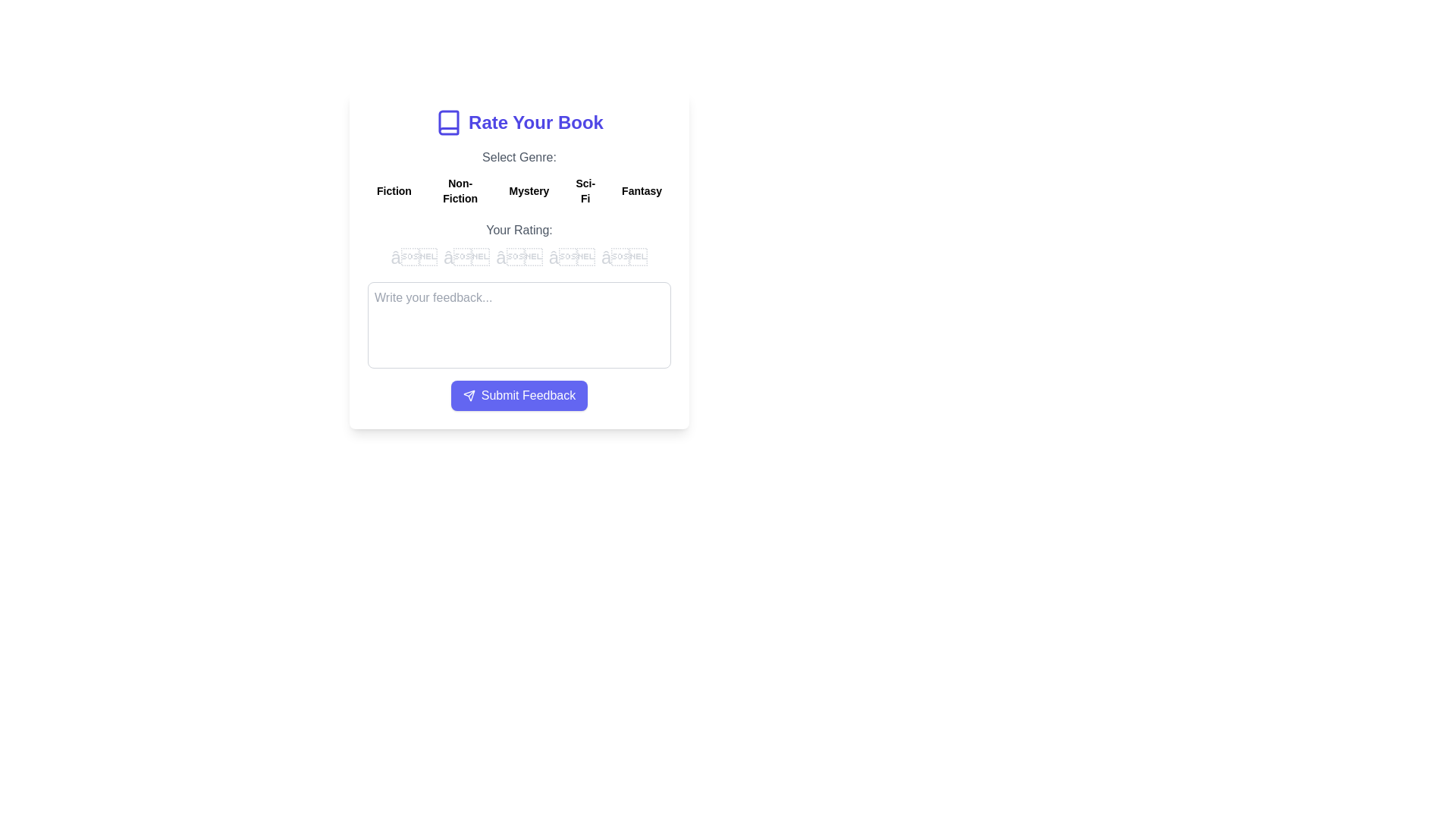  Describe the element at coordinates (519, 394) in the screenshot. I see `the 'Submit Feedback' button, which is a rectangular button with a vibrant indigo background, rounded corners, and white text, located at the bottom of the feedback panel` at that location.